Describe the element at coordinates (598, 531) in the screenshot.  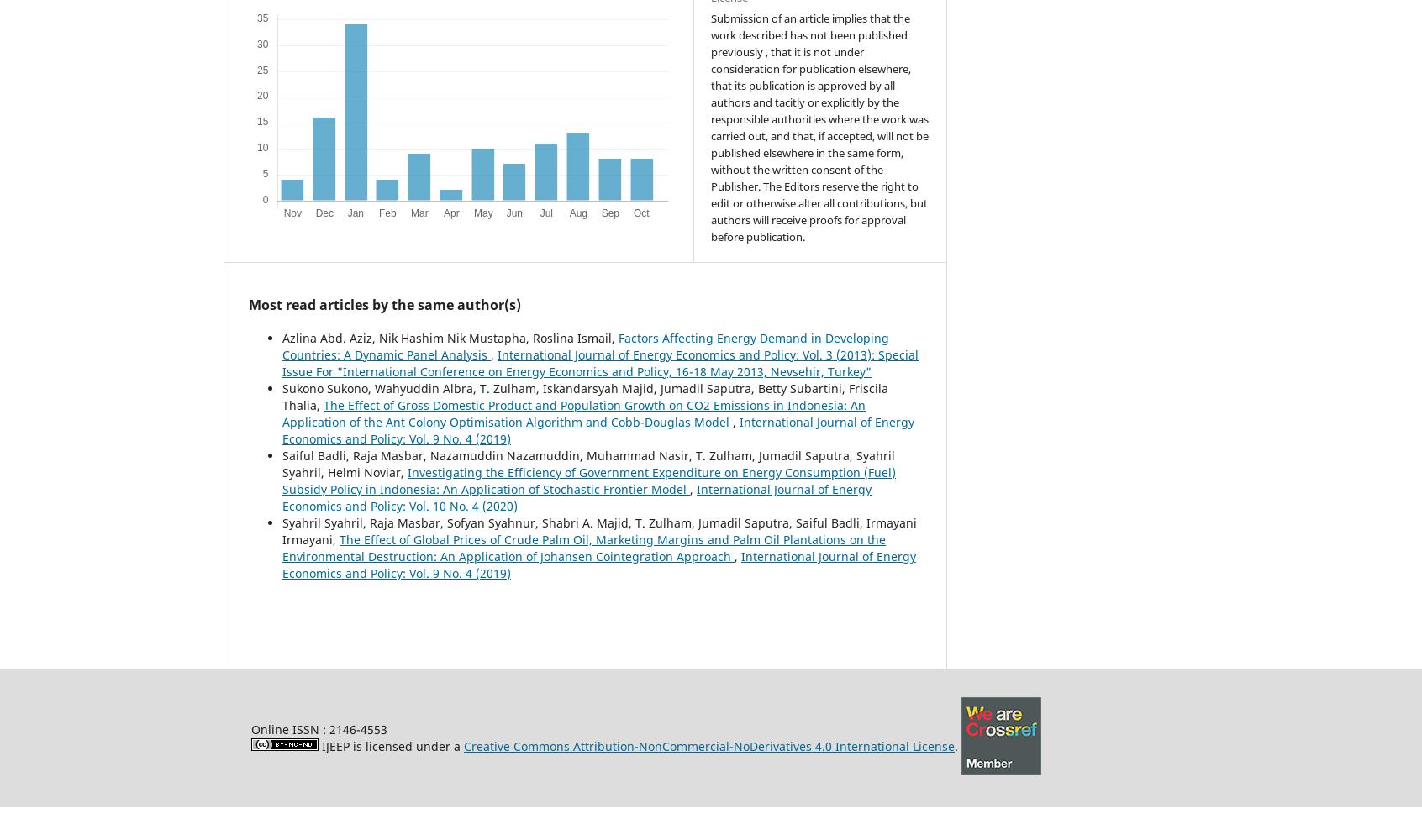
I see `'Syahril Syahril,
													Raja Masbar,
													Sofyan Syahnur,
													Shabri A. Majid,
													T. Zulham,
													Jumadil Saputra,
													Saiful Badli,
													Irmayani Irmayani,'` at that location.